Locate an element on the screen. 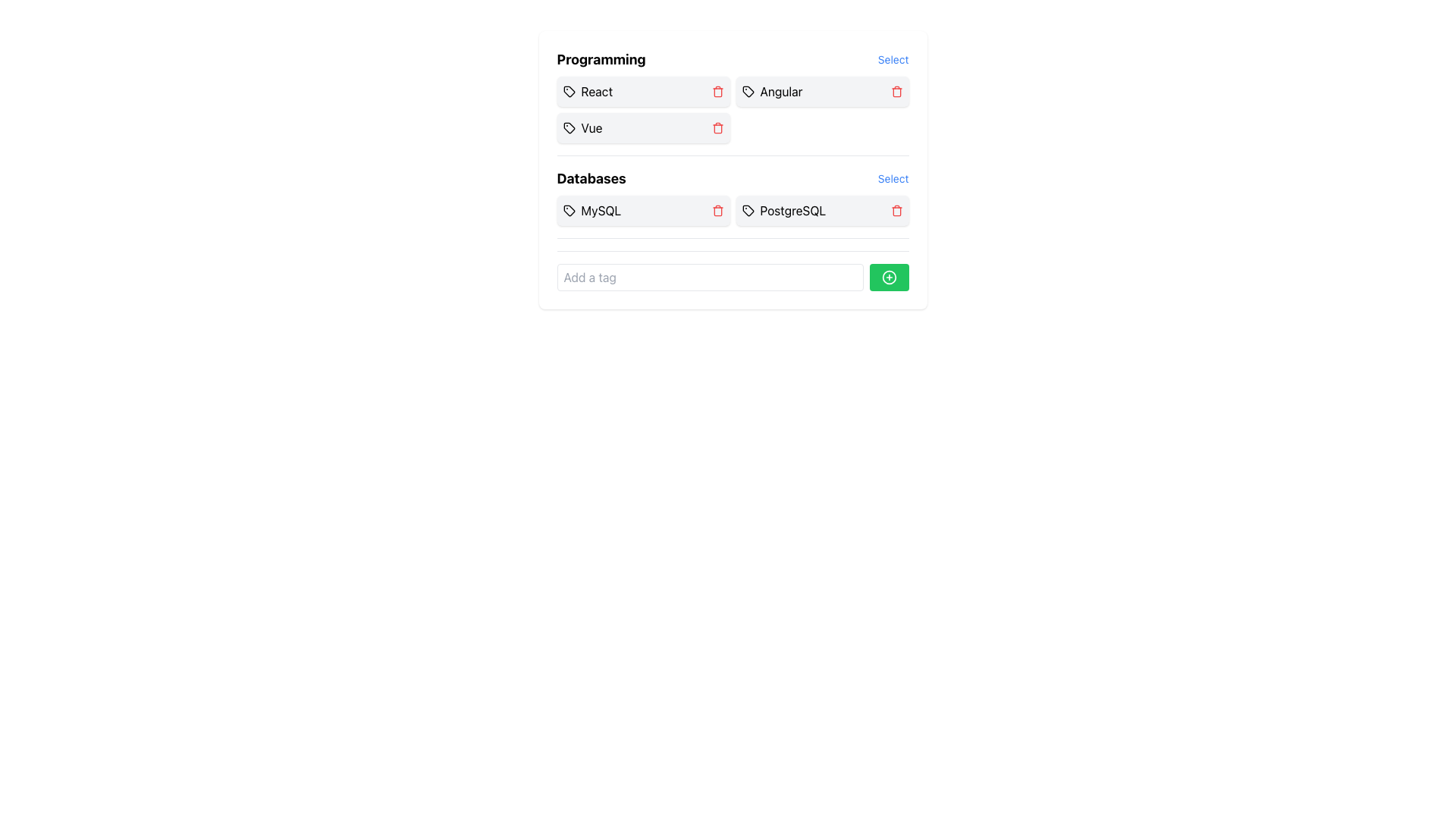  the delete button located to the right of the 'MySQL' text is located at coordinates (717, 210).